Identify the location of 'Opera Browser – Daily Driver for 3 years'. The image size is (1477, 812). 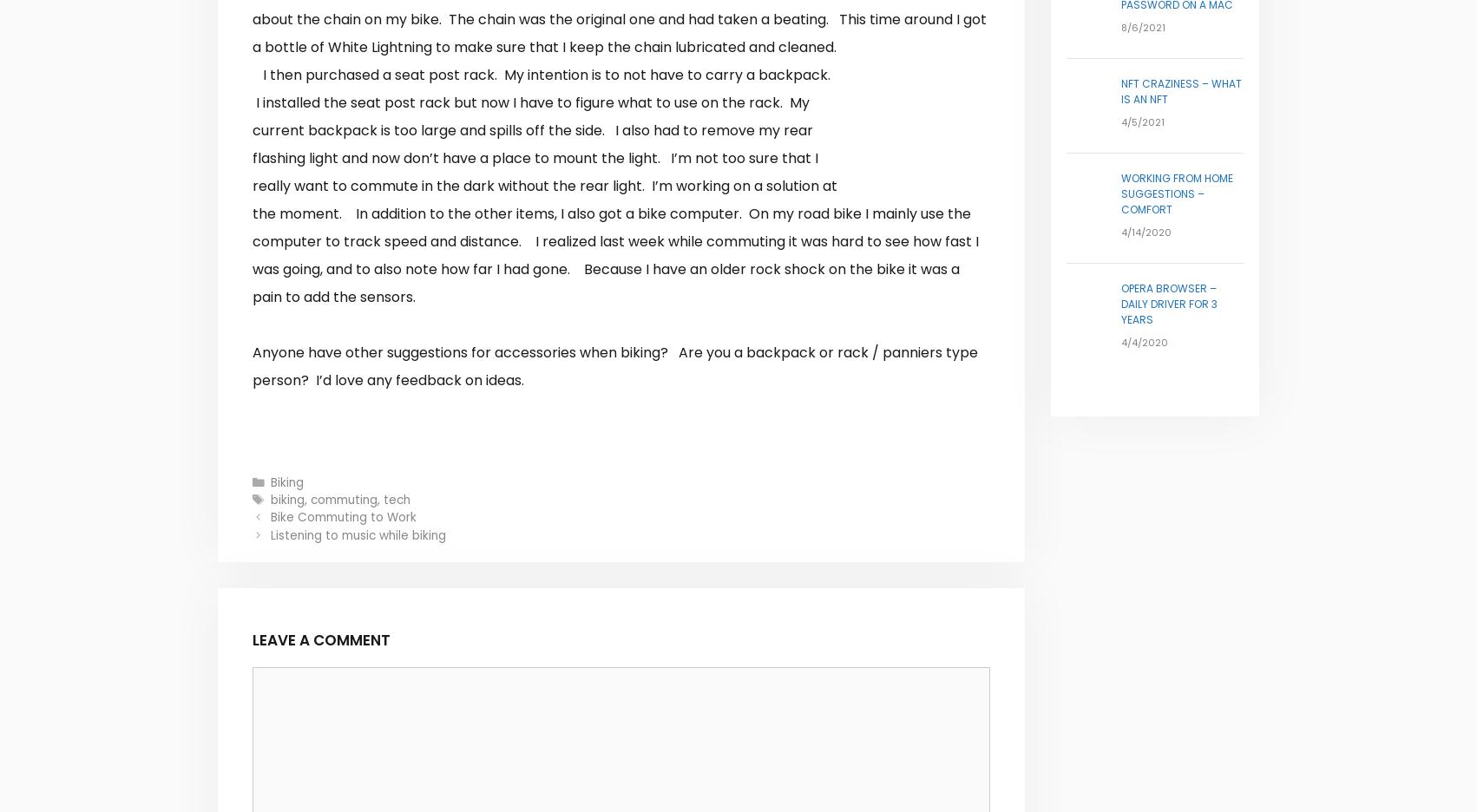
(1168, 302).